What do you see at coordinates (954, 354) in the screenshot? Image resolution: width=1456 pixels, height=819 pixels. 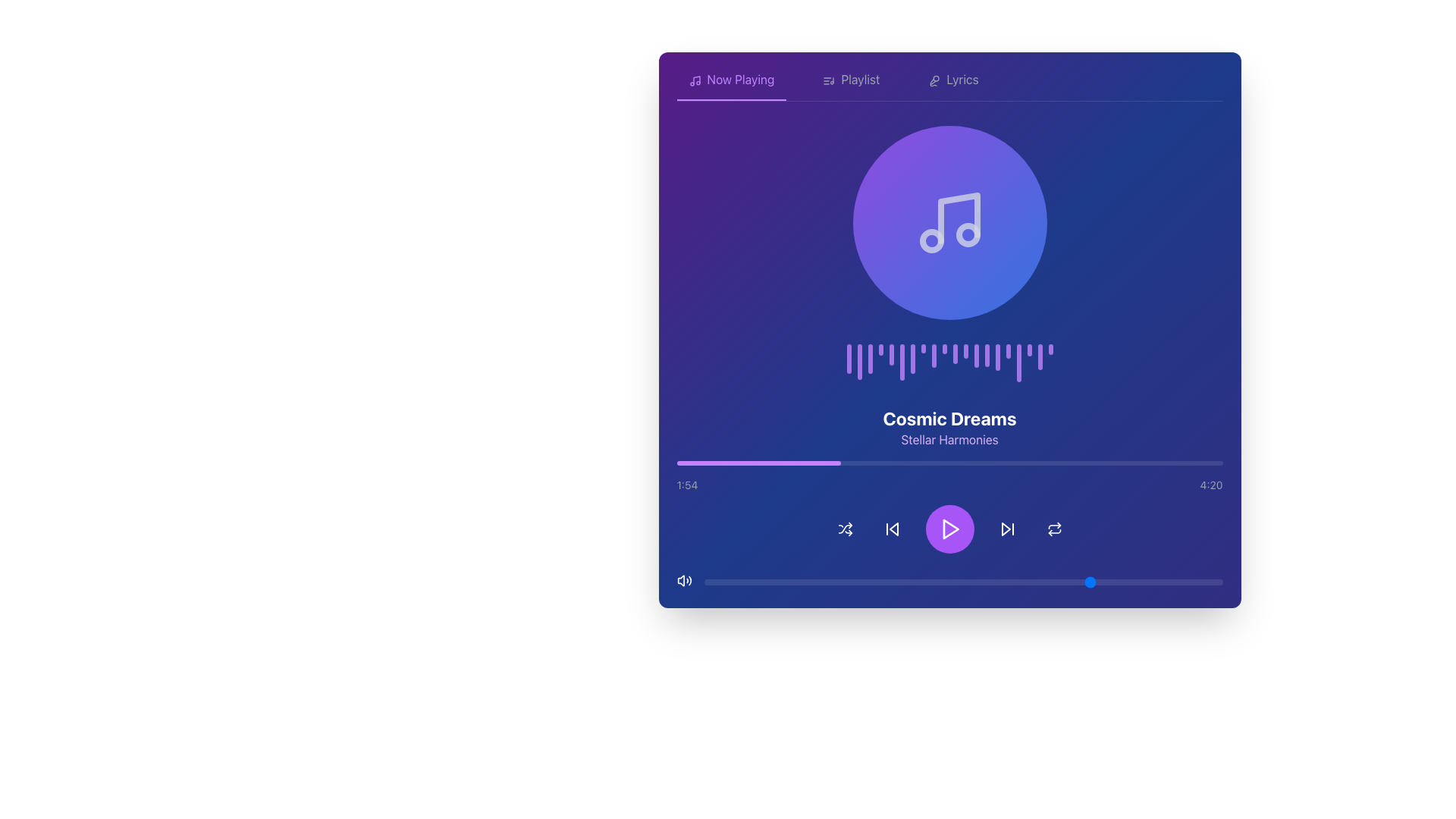 I see `the 11th vertical Visualization bar with rounded edges and a purple hue in the music player interface` at bounding box center [954, 354].